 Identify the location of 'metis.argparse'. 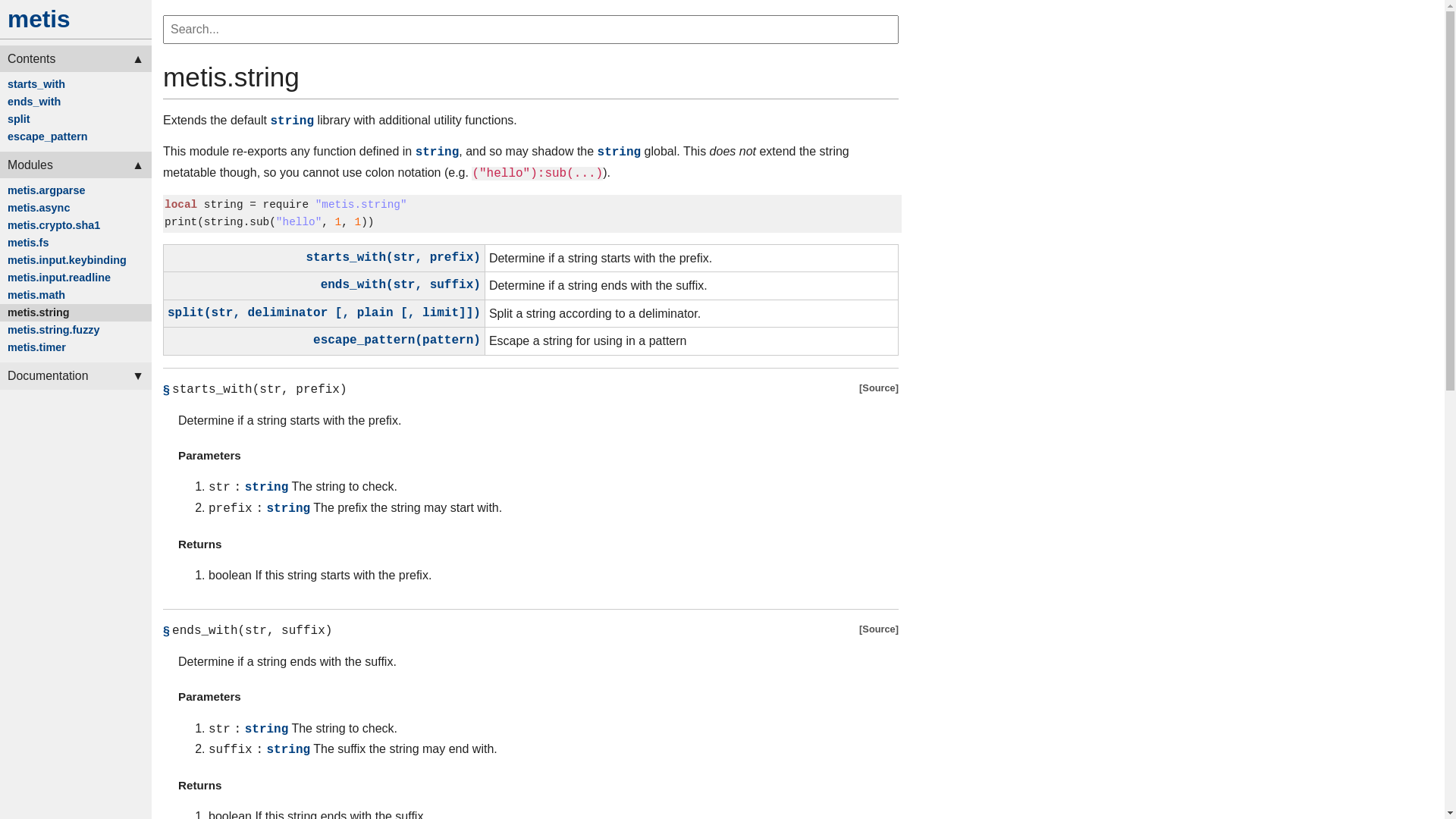
(0, 190).